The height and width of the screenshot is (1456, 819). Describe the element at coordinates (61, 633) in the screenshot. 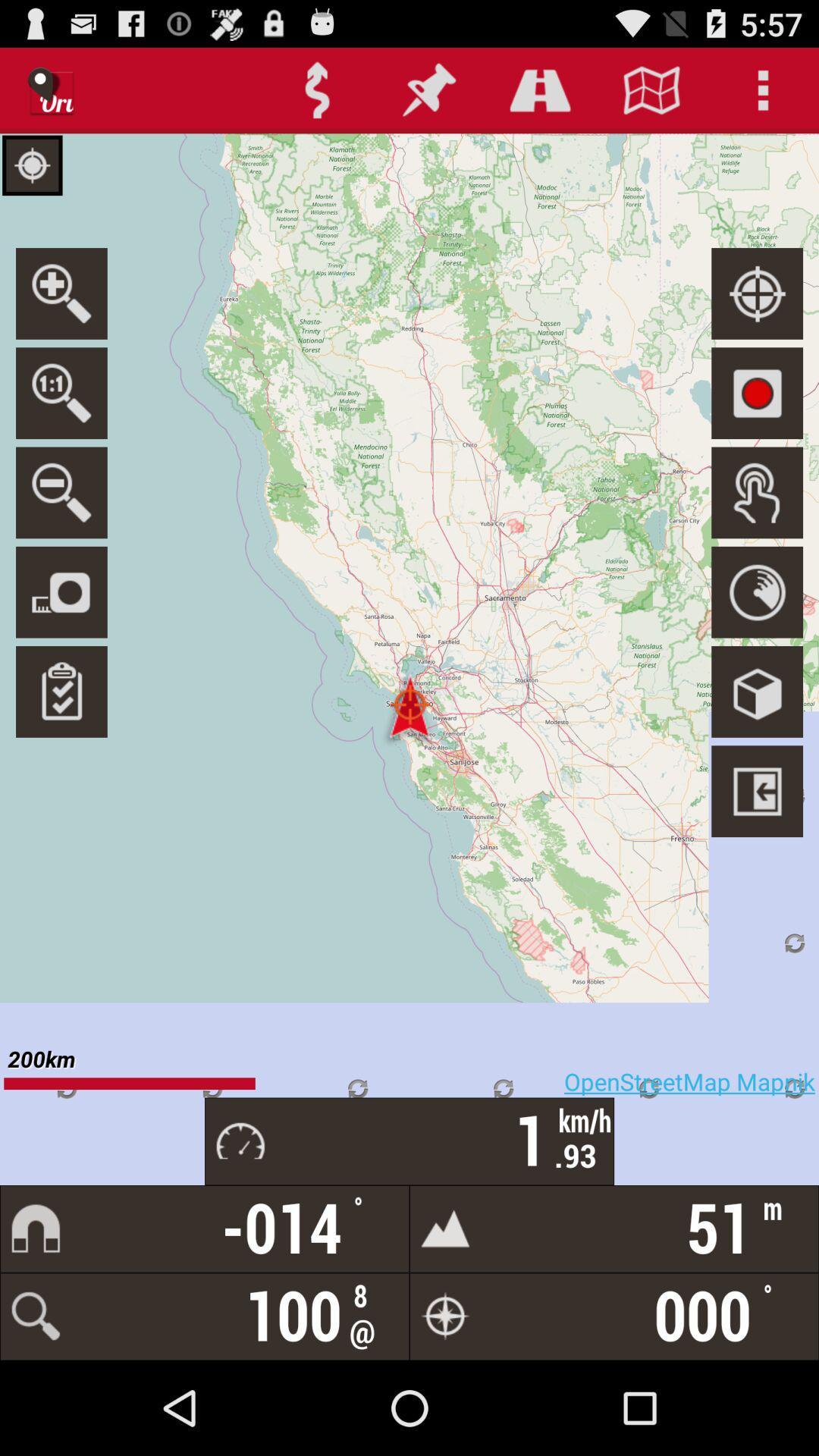

I see `the photo icon` at that location.